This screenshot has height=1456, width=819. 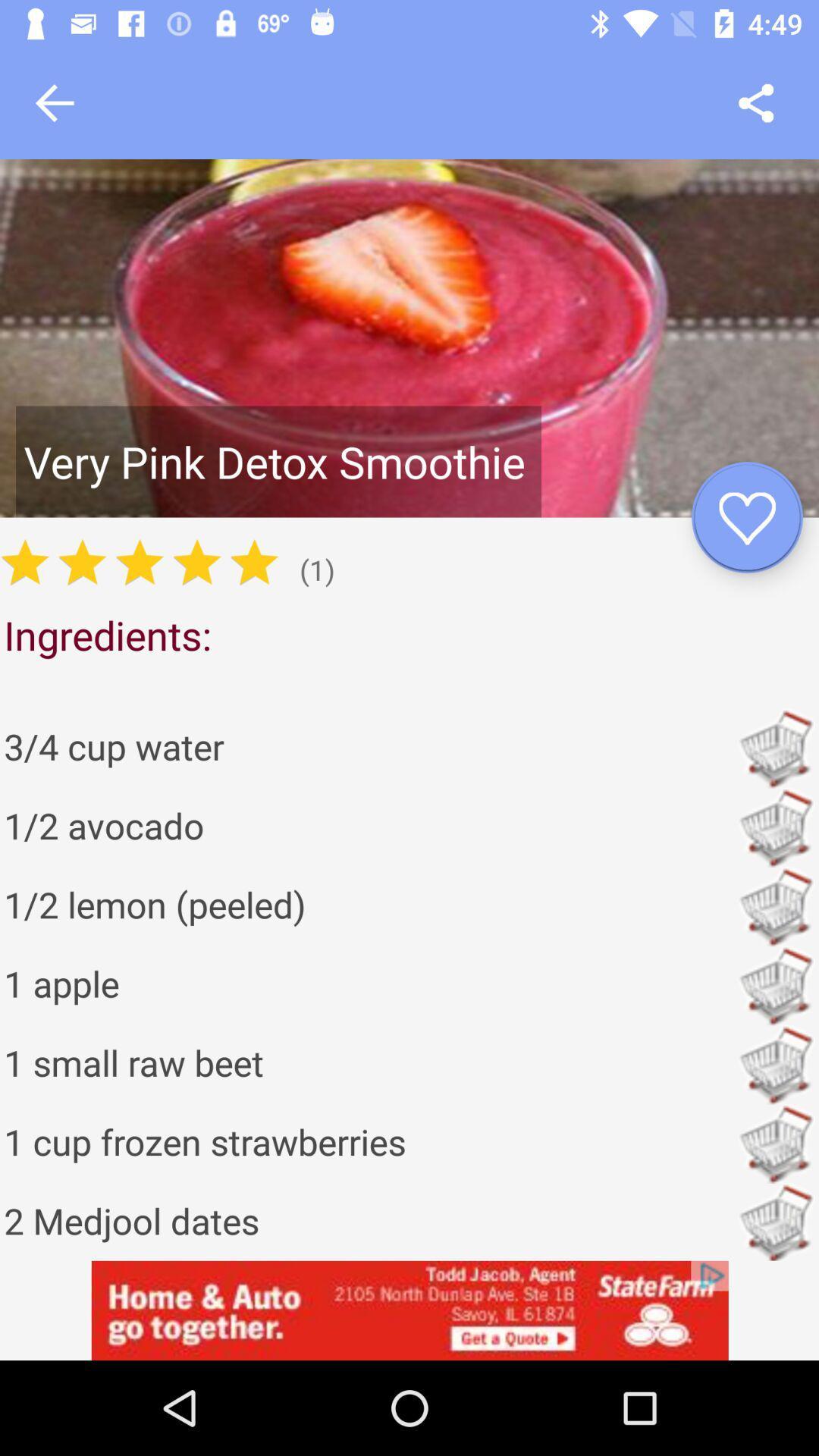 I want to click on go back, so click(x=54, y=102).